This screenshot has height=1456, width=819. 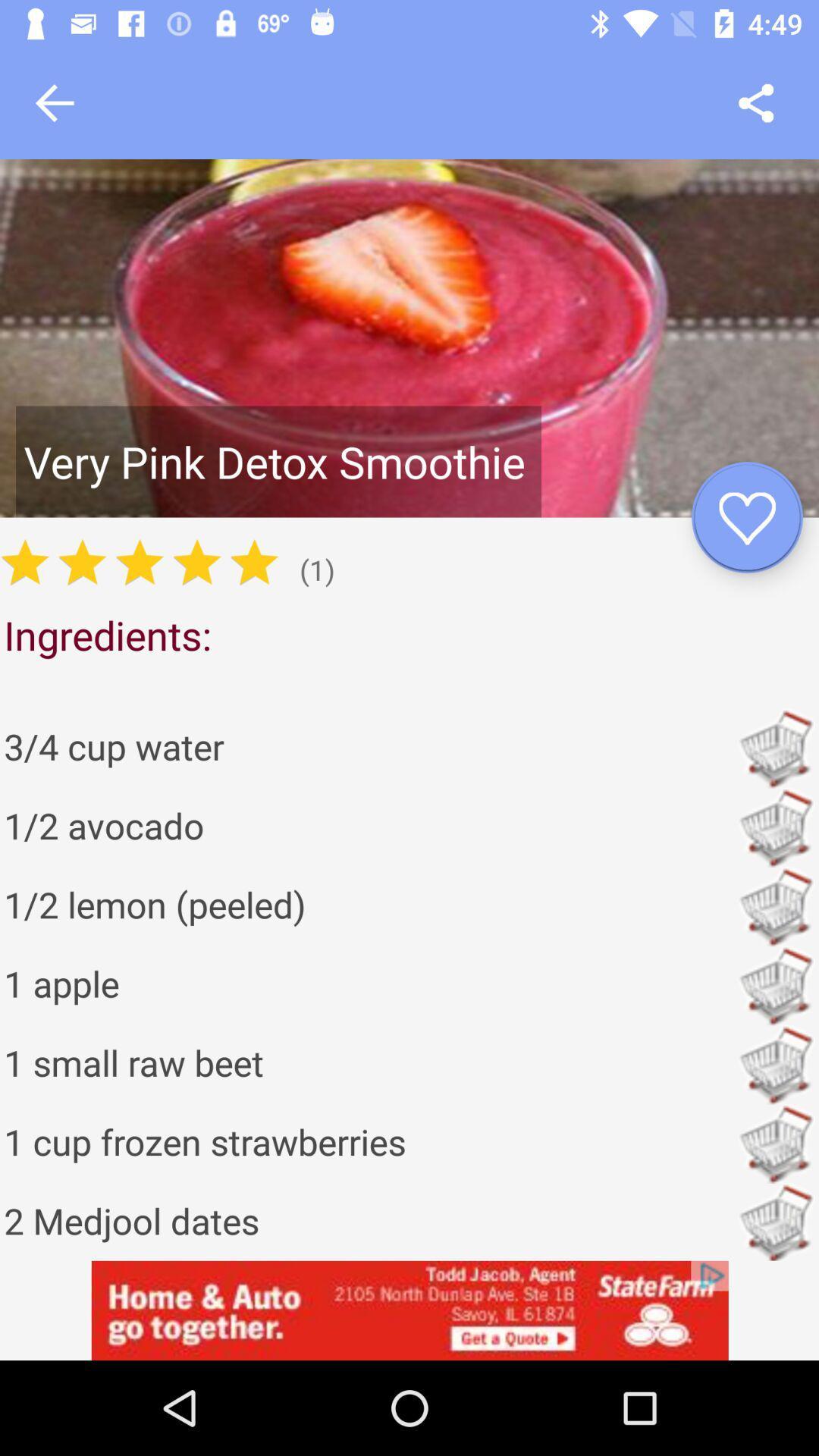 I want to click on go back, so click(x=54, y=102).